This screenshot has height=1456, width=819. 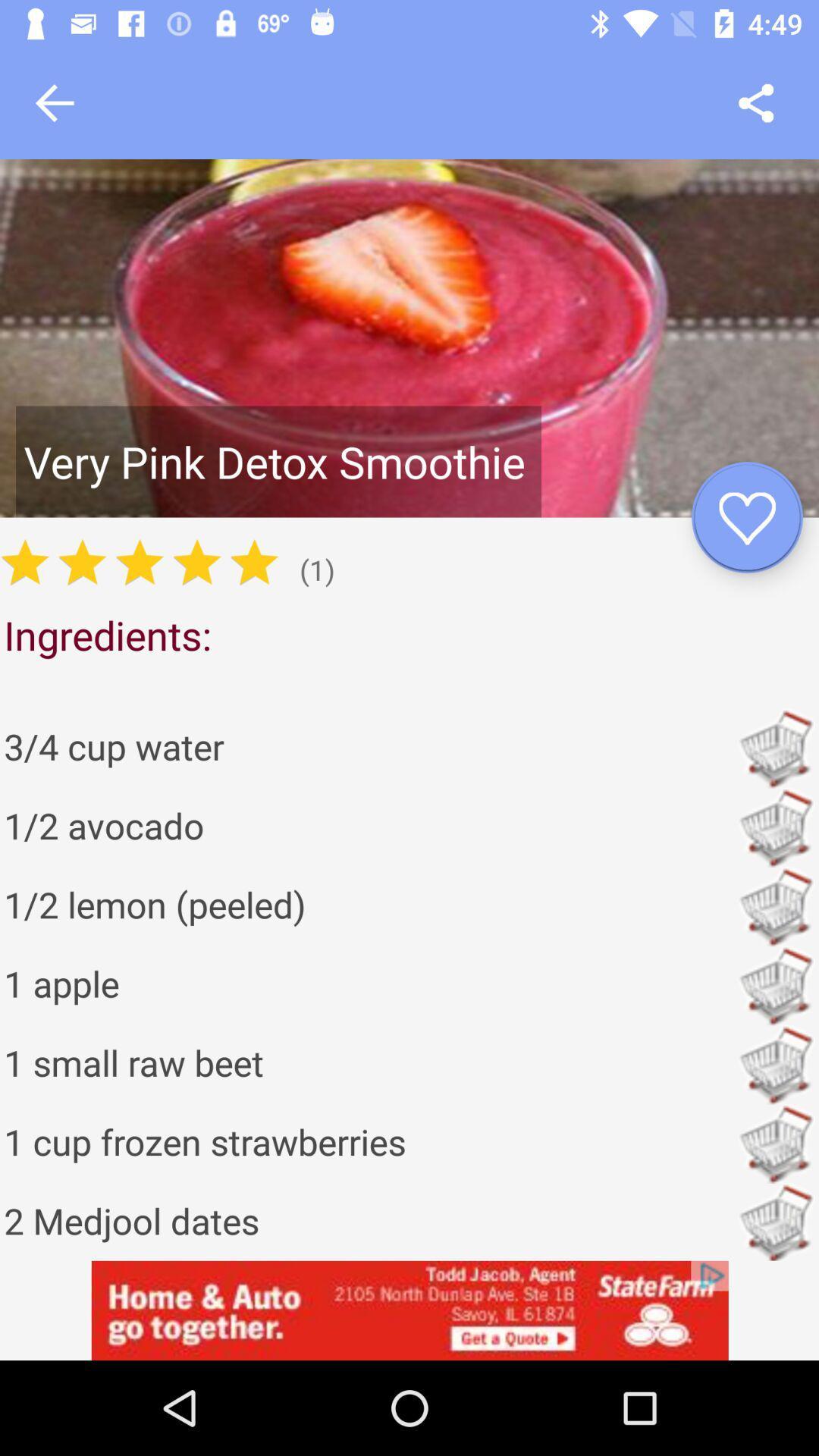 I want to click on go back, so click(x=54, y=102).